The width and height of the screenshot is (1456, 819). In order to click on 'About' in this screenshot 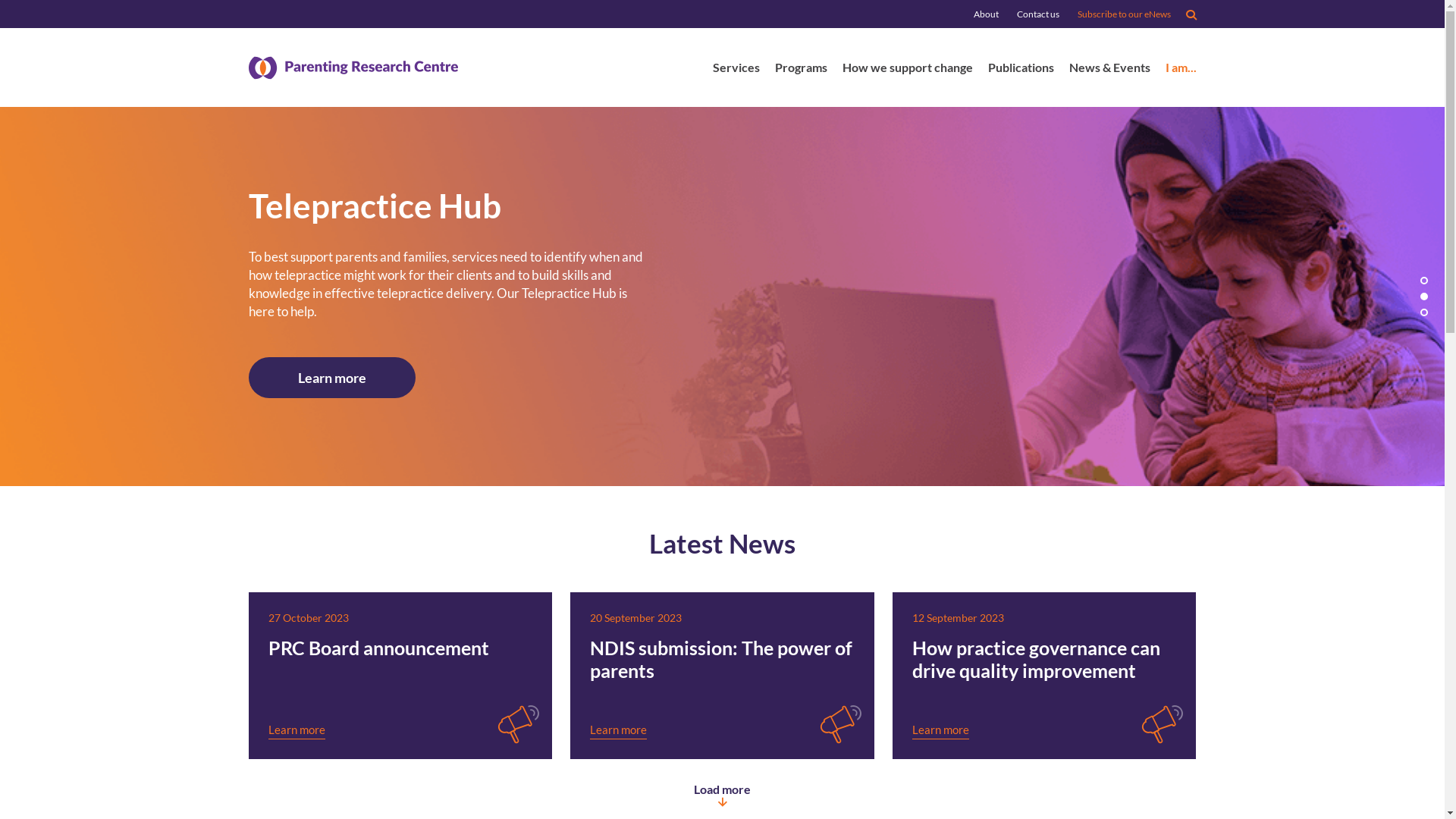, I will do `click(986, 14)`.